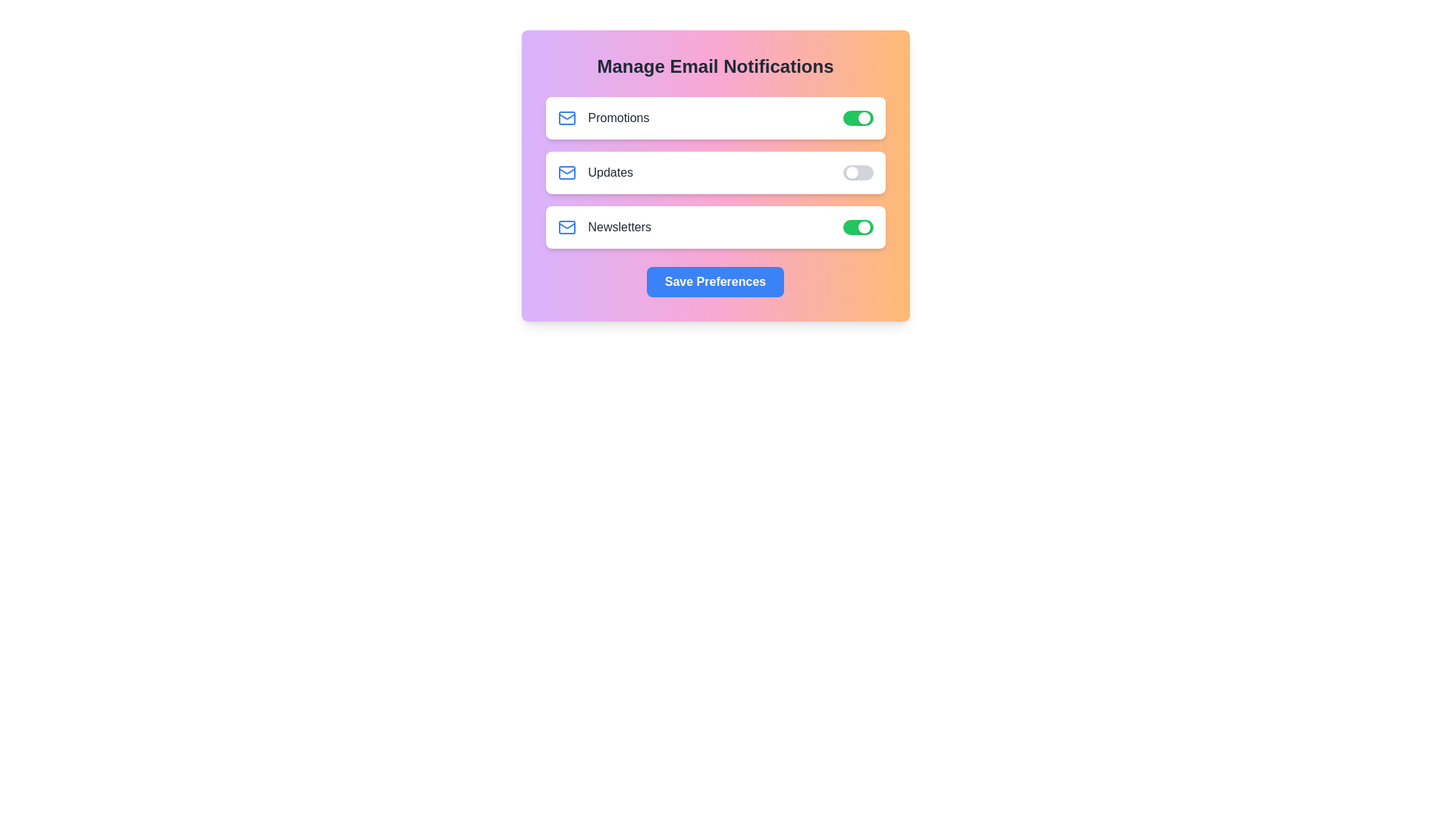  I want to click on the Updates section to observe its hover effect, so click(714, 171).